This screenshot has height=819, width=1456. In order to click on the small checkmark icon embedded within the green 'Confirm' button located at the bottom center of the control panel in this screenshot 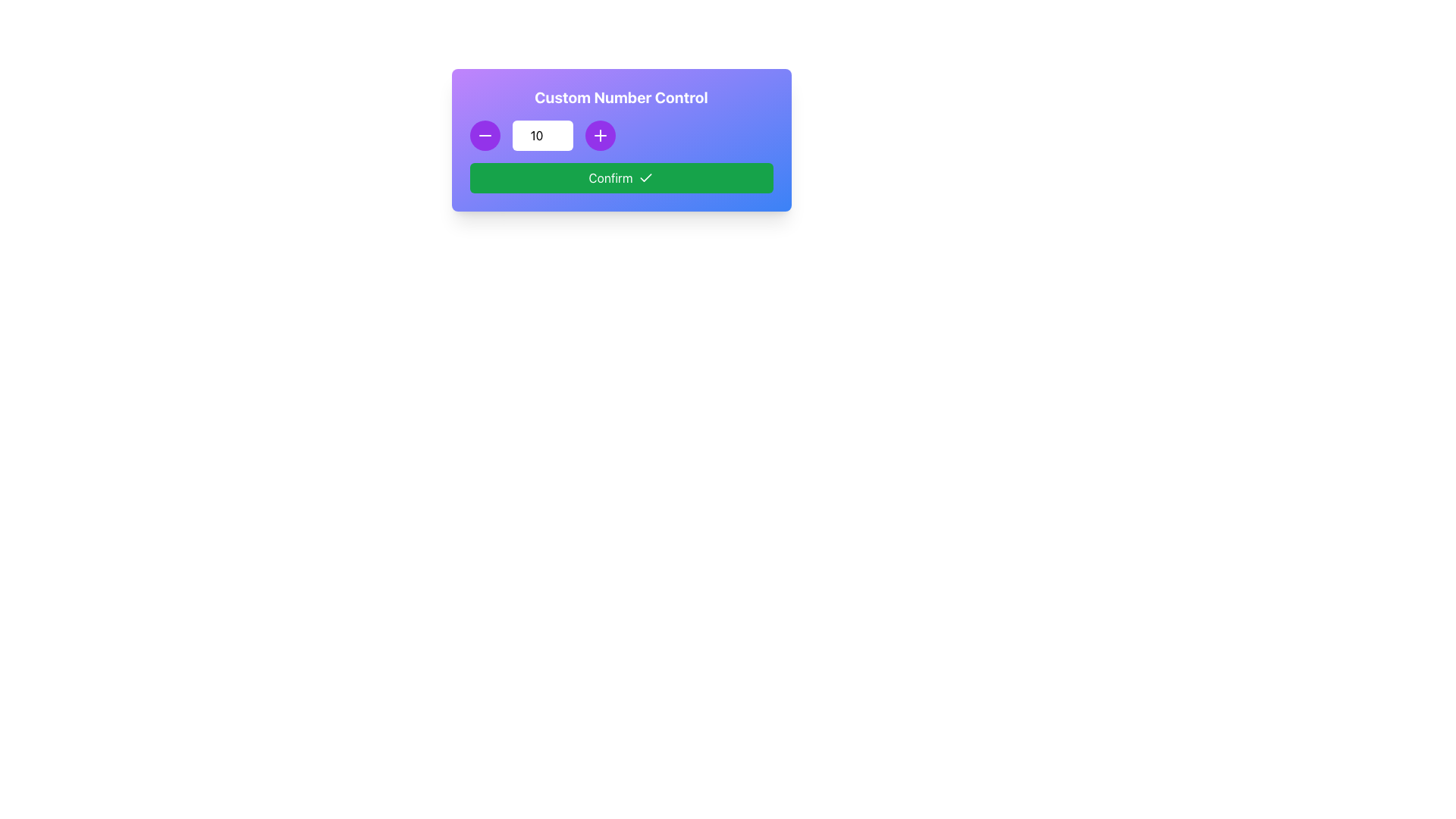, I will do `click(646, 177)`.